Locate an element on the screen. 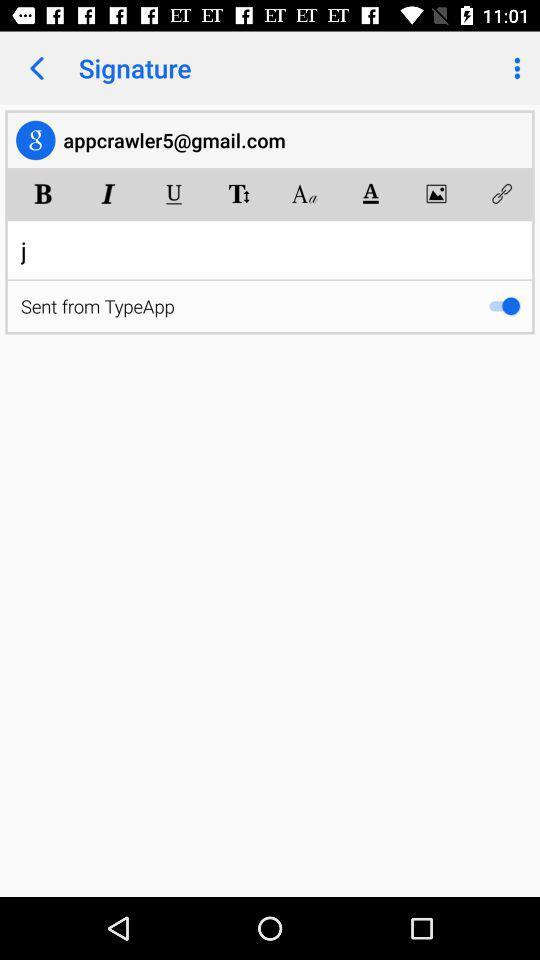  app next to signature is located at coordinates (513, 68).